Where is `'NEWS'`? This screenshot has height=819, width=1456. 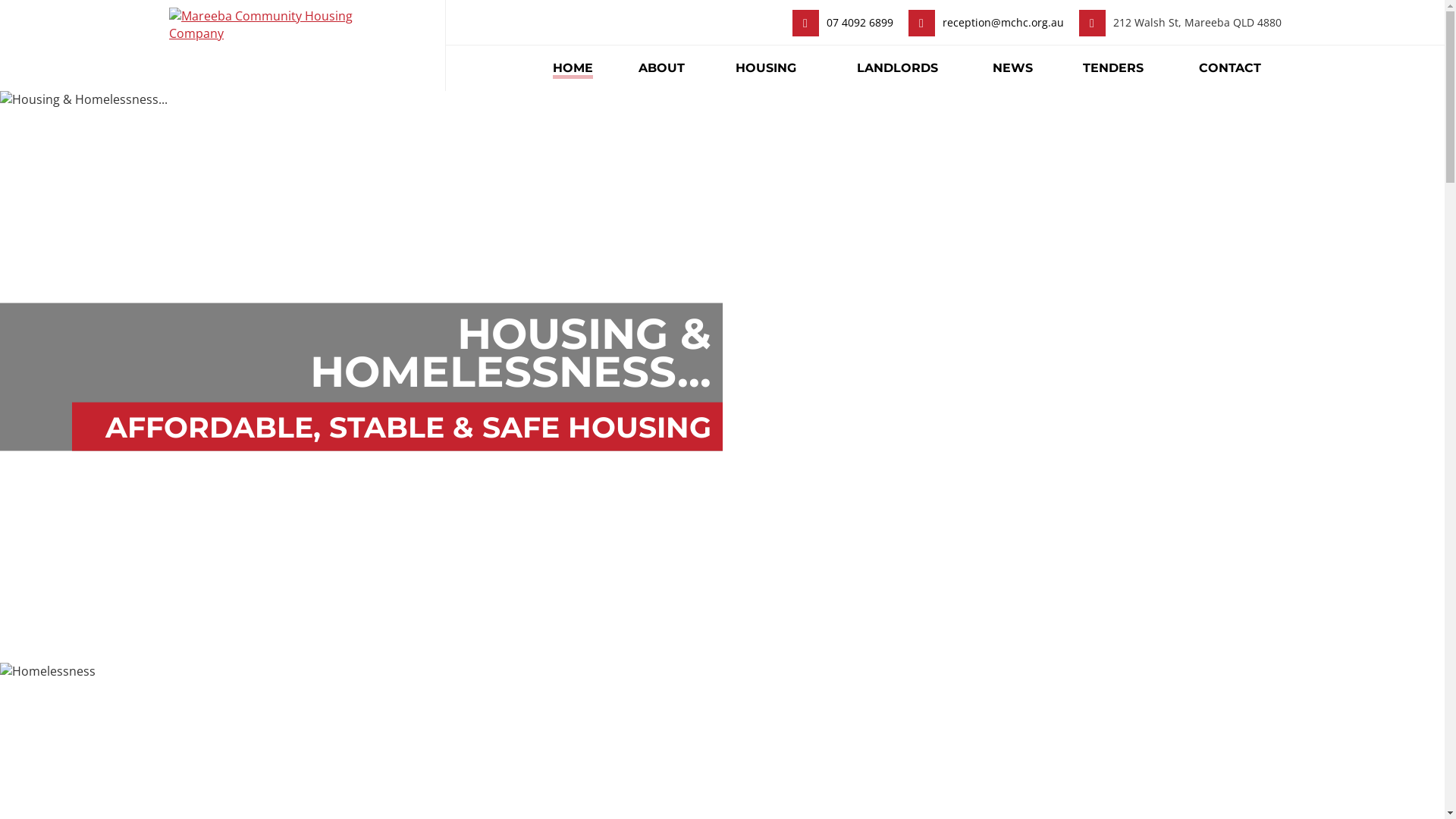 'NEWS' is located at coordinates (1012, 67).